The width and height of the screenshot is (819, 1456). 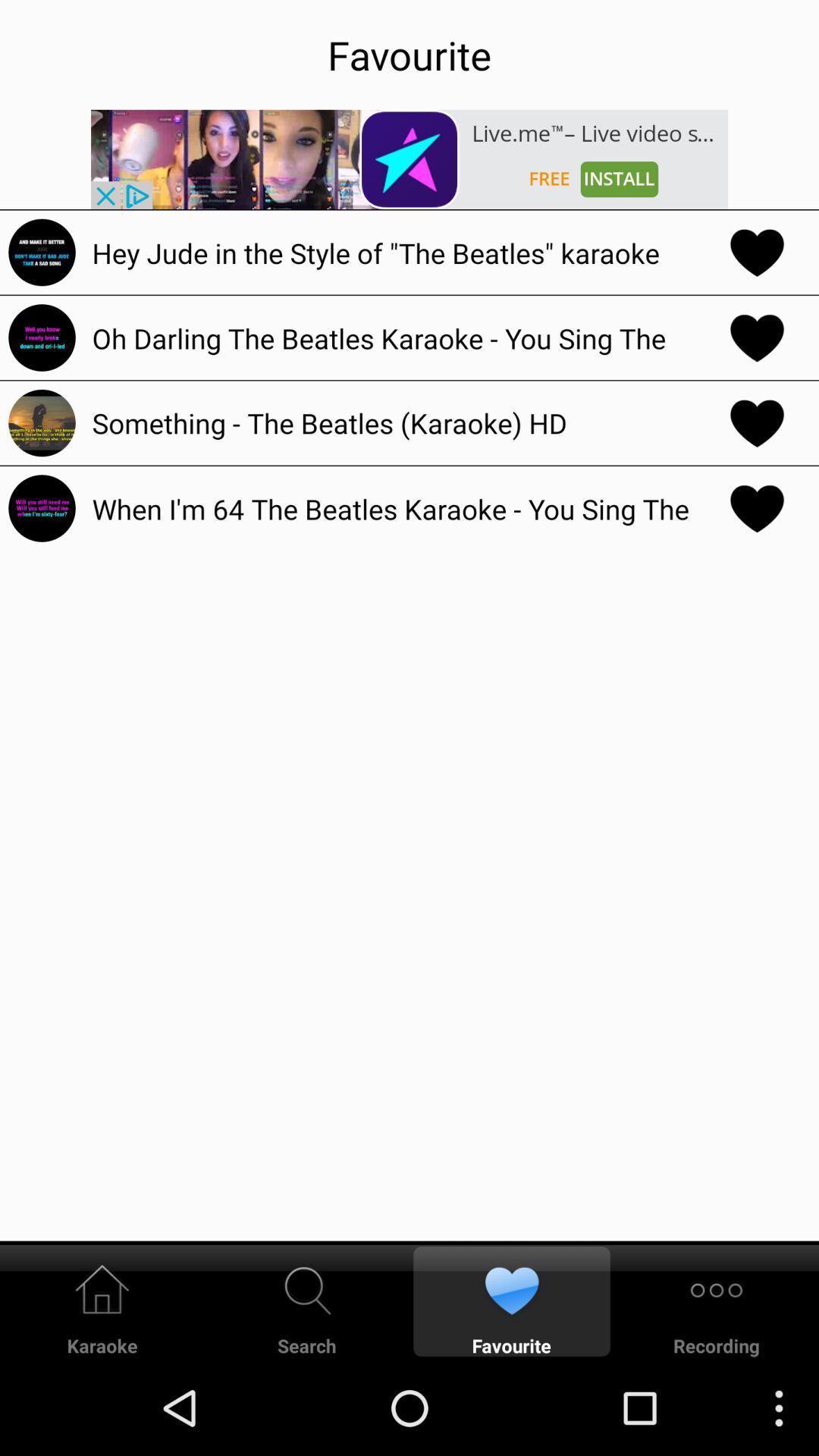 I want to click on favourite app install, so click(x=409, y=159).